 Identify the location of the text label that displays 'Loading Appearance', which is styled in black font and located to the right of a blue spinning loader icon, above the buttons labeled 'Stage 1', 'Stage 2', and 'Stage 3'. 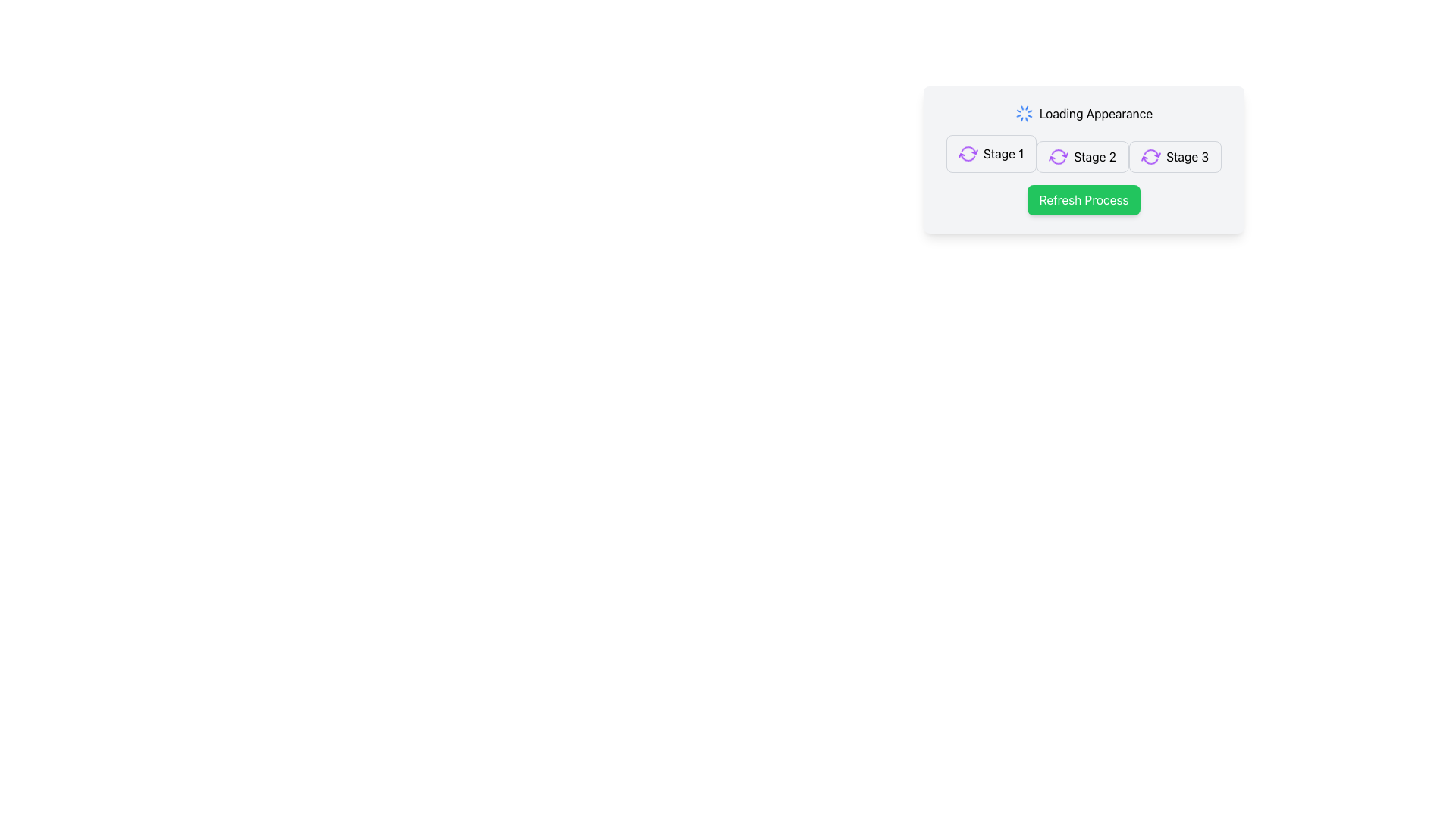
(1096, 113).